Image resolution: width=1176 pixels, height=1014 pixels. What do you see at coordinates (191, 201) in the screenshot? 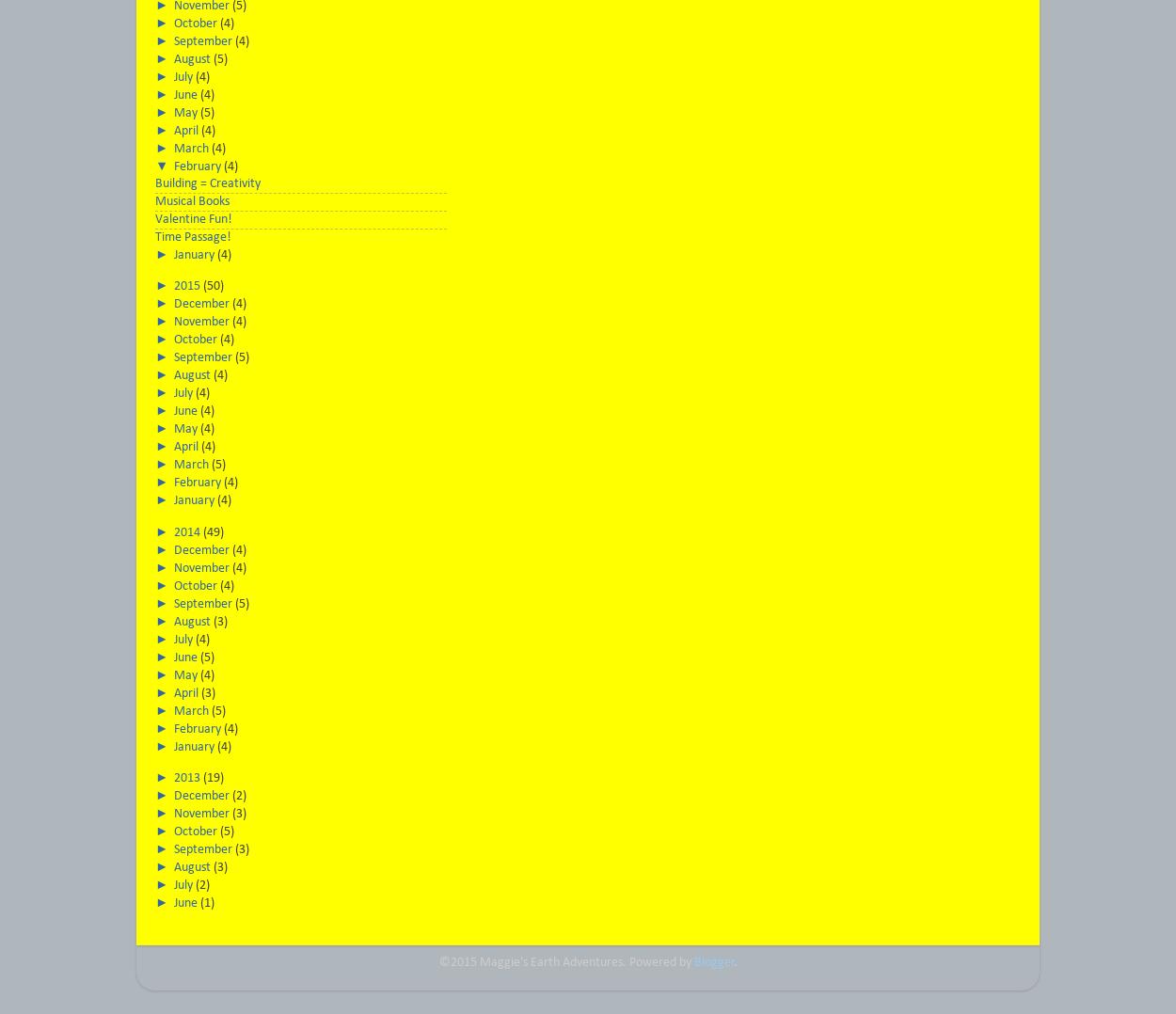
I see `'Musical Books'` at bounding box center [191, 201].